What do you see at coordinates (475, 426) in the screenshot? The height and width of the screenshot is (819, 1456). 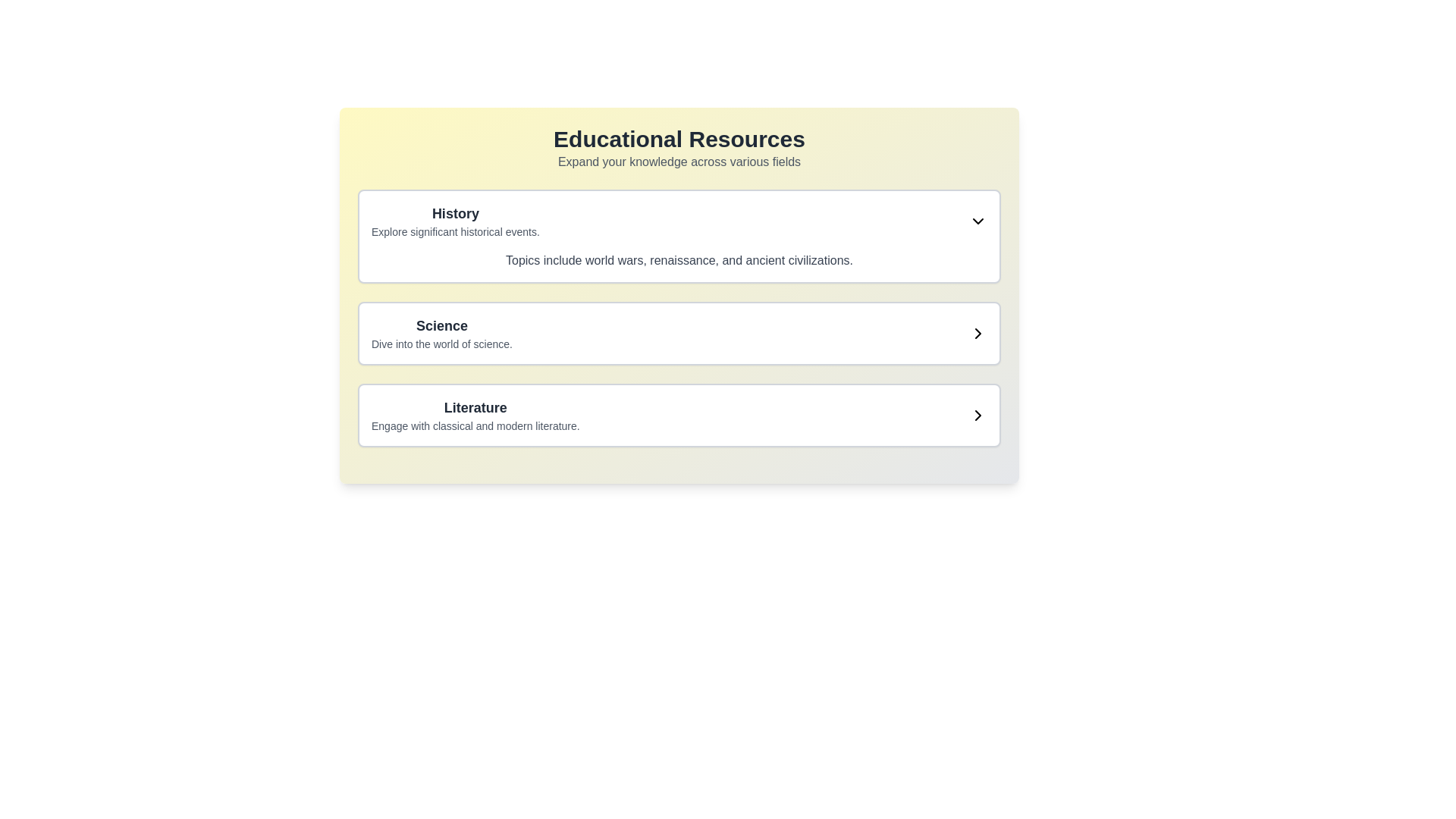 I see `the text label that reads 'Engage with classical and modern literature.', styled with a small, gray font, positioned below the title 'Literature'` at bounding box center [475, 426].